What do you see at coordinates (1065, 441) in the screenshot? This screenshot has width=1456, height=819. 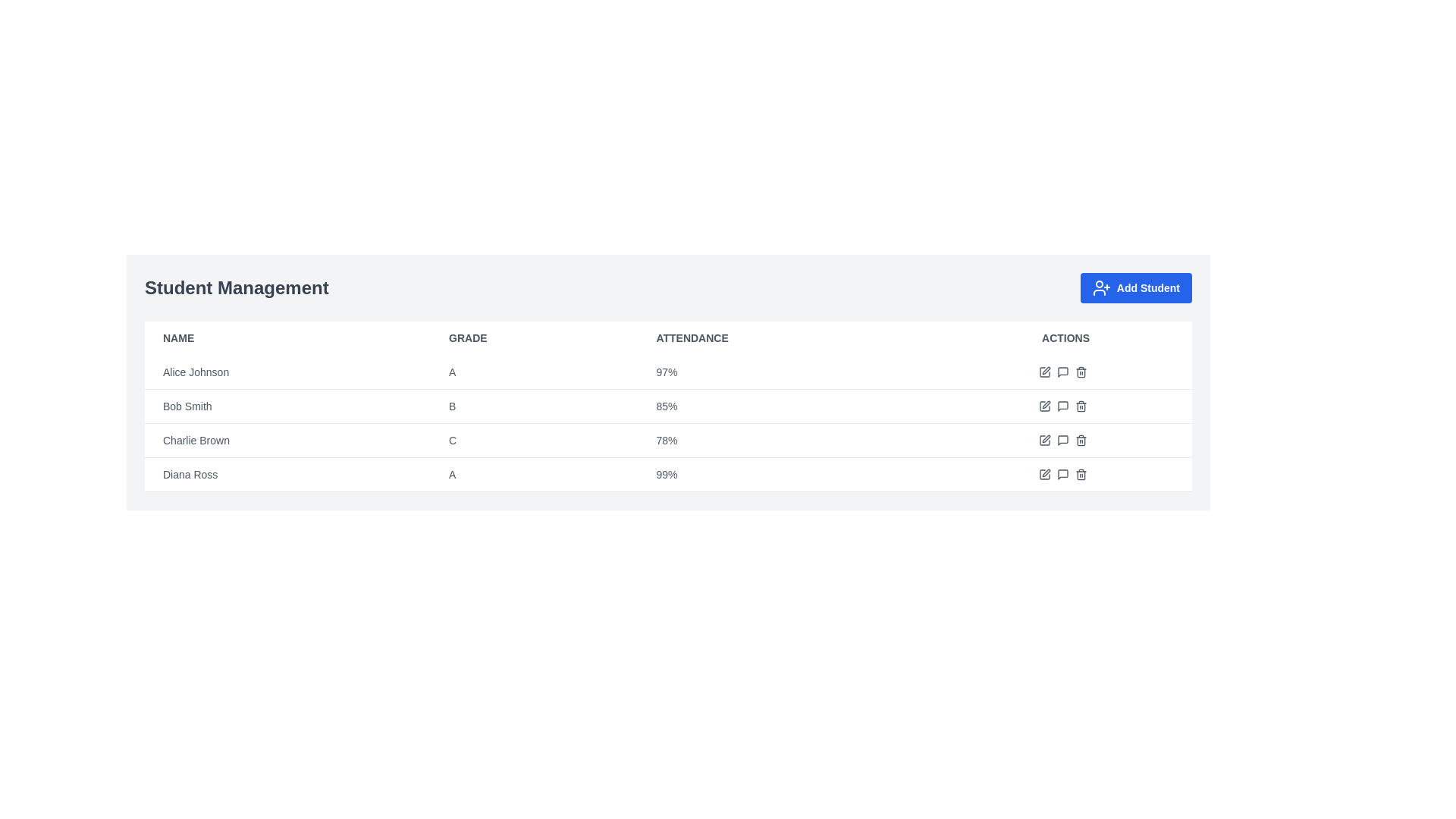 I see `the pencil icon in the Actions column of the management table for Charlie Brown` at bounding box center [1065, 441].